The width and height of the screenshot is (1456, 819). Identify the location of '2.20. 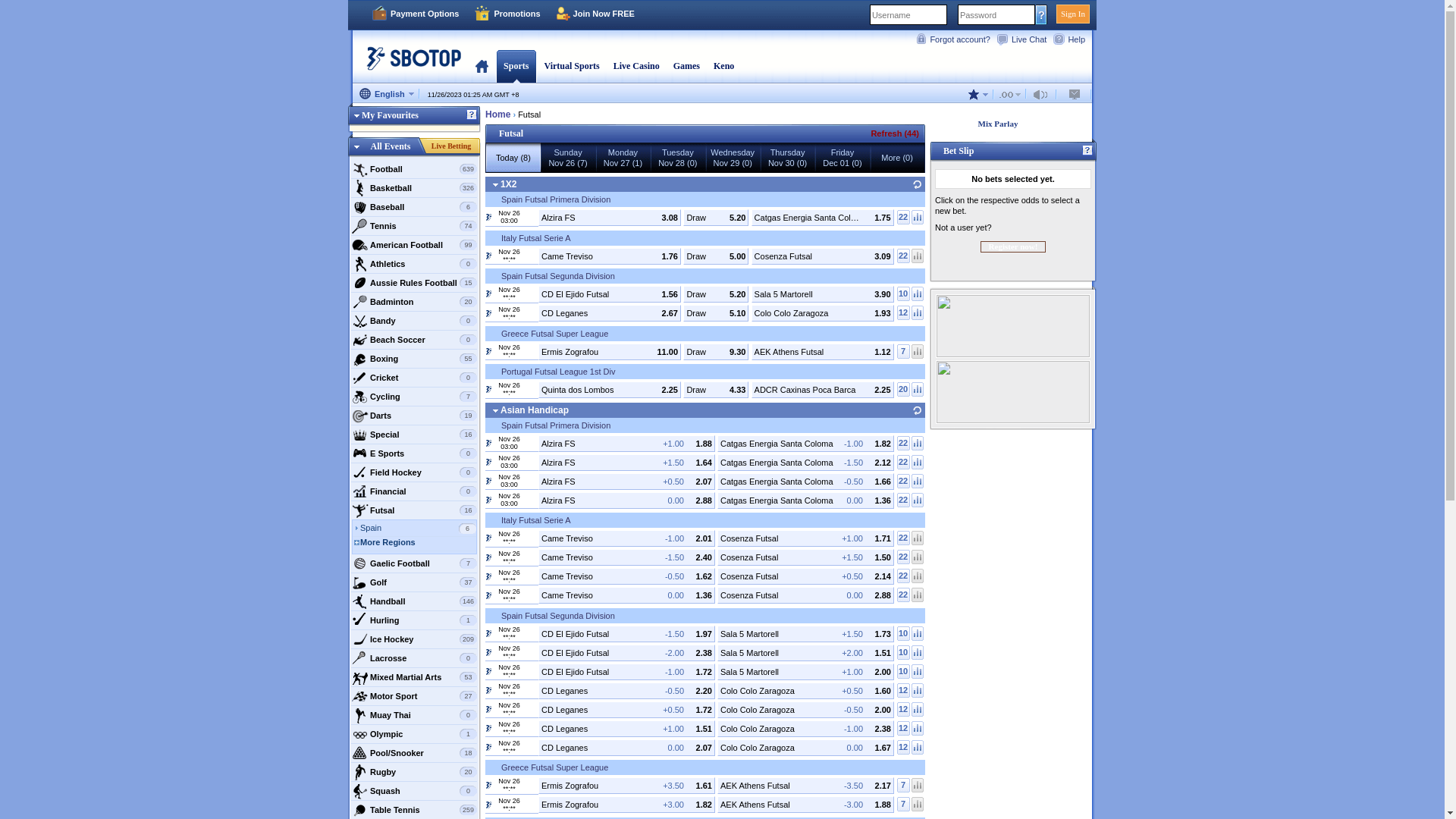
(626, 690).